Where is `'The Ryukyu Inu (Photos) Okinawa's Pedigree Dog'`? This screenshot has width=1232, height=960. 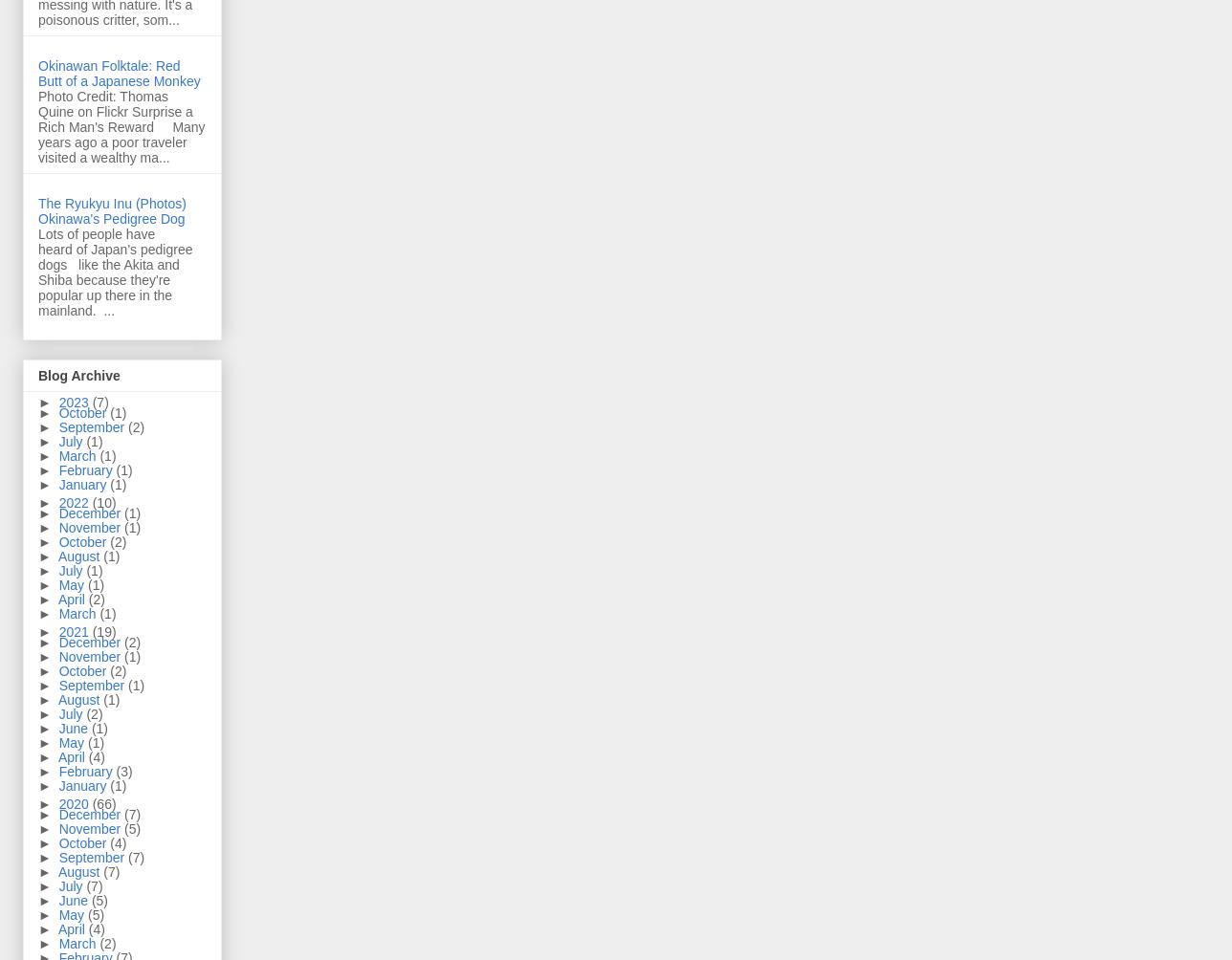 'The Ryukyu Inu (Photos) Okinawa's Pedigree Dog' is located at coordinates (111, 208).